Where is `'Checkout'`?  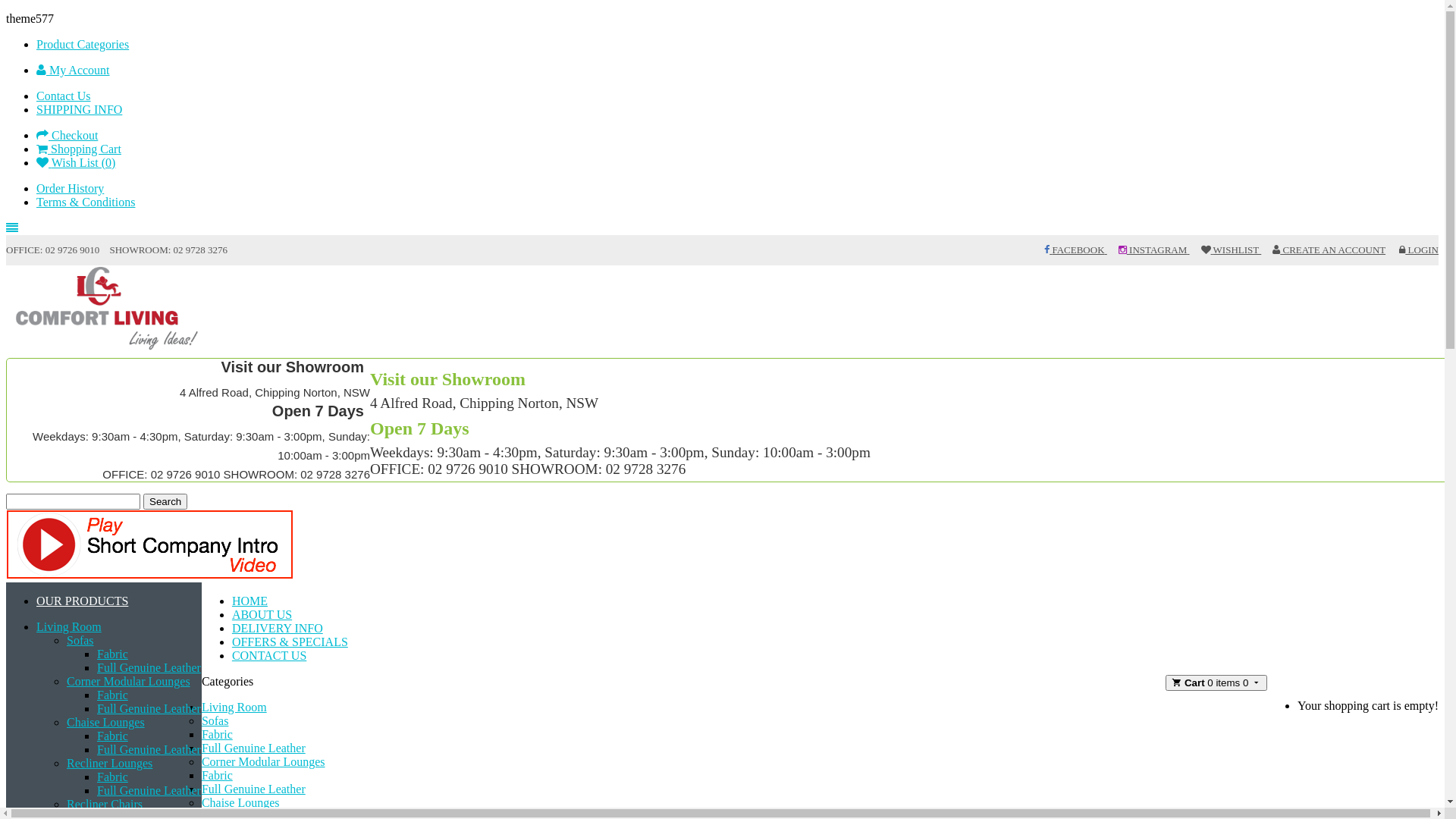 'Checkout' is located at coordinates (66, 134).